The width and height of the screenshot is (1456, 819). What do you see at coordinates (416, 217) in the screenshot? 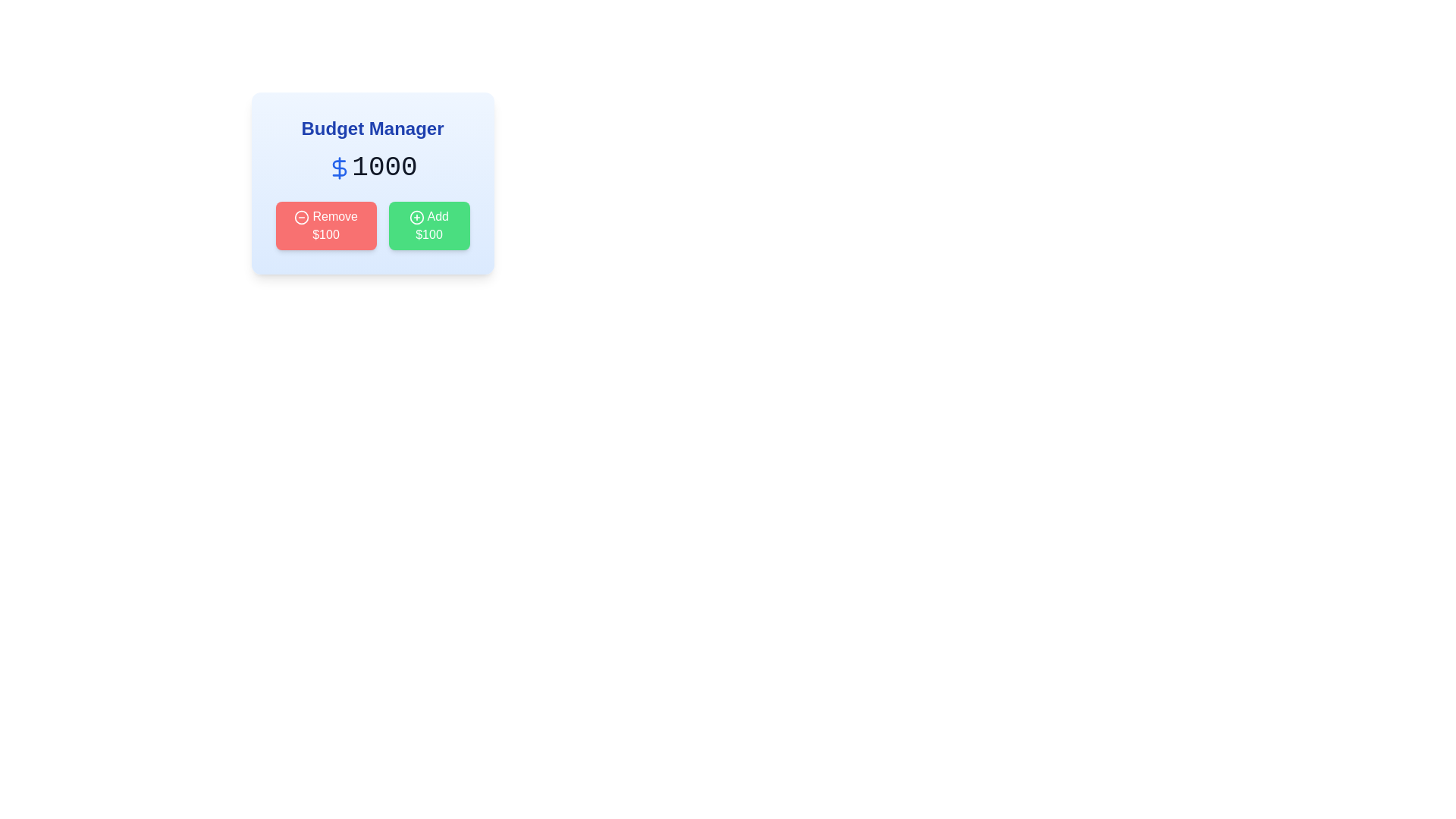
I see `the circular SVG graphical shape that complements the 'Add $100' button, which is centrally located within the icon of this button` at bounding box center [416, 217].